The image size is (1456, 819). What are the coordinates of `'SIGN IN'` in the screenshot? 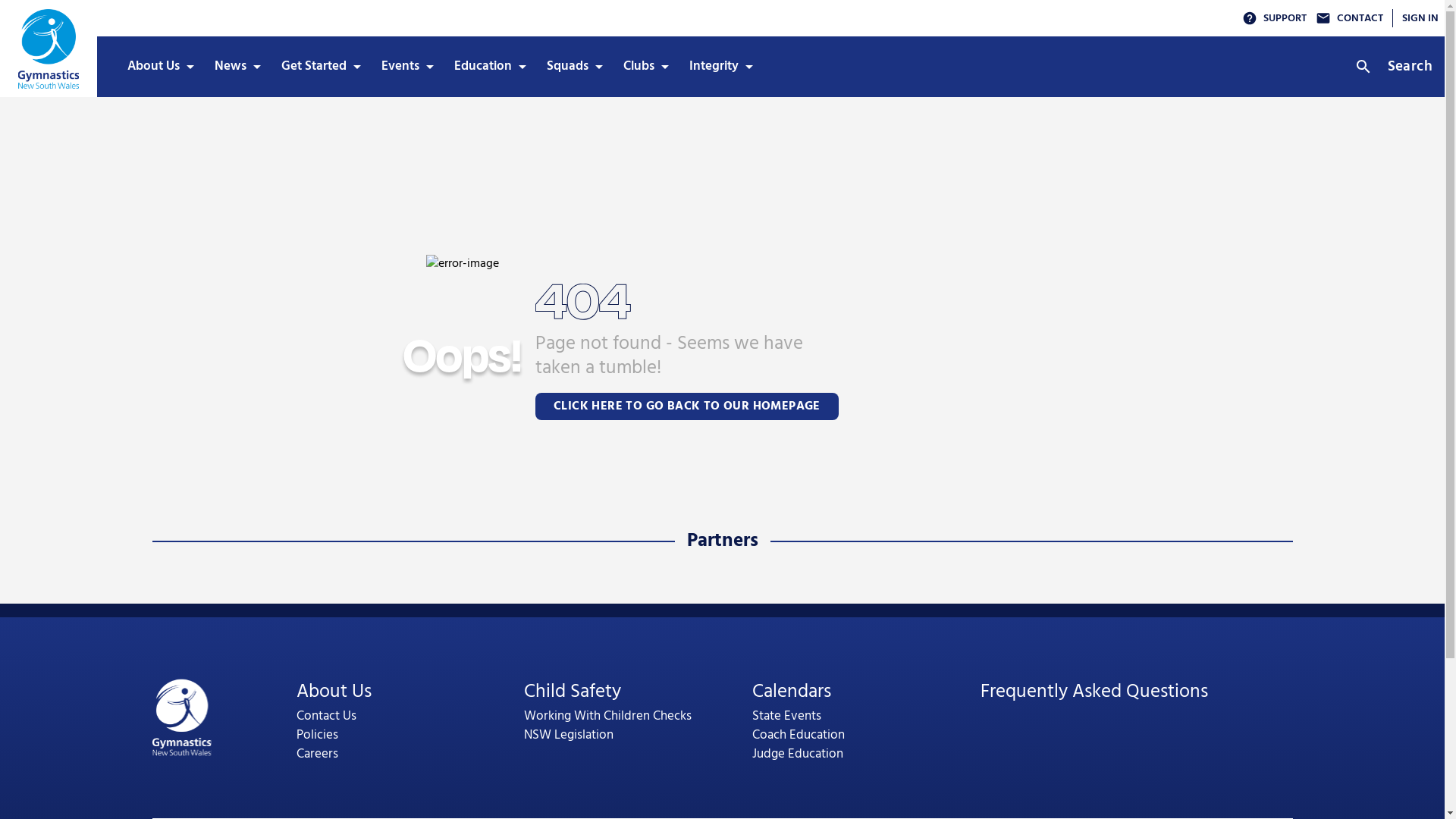 It's located at (1392, 17).